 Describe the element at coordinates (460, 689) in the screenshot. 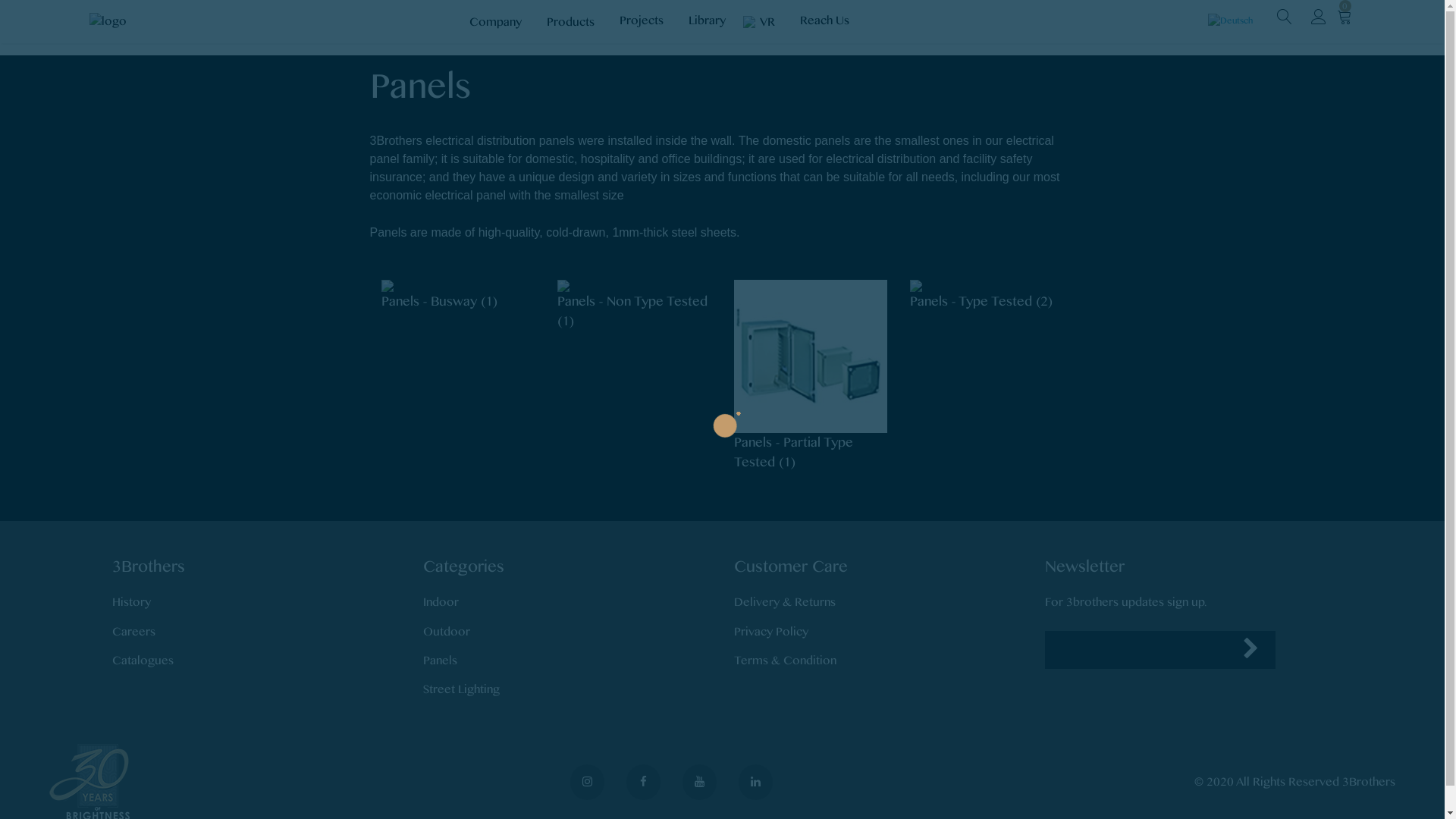

I see `'Street Lighting'` at that location.